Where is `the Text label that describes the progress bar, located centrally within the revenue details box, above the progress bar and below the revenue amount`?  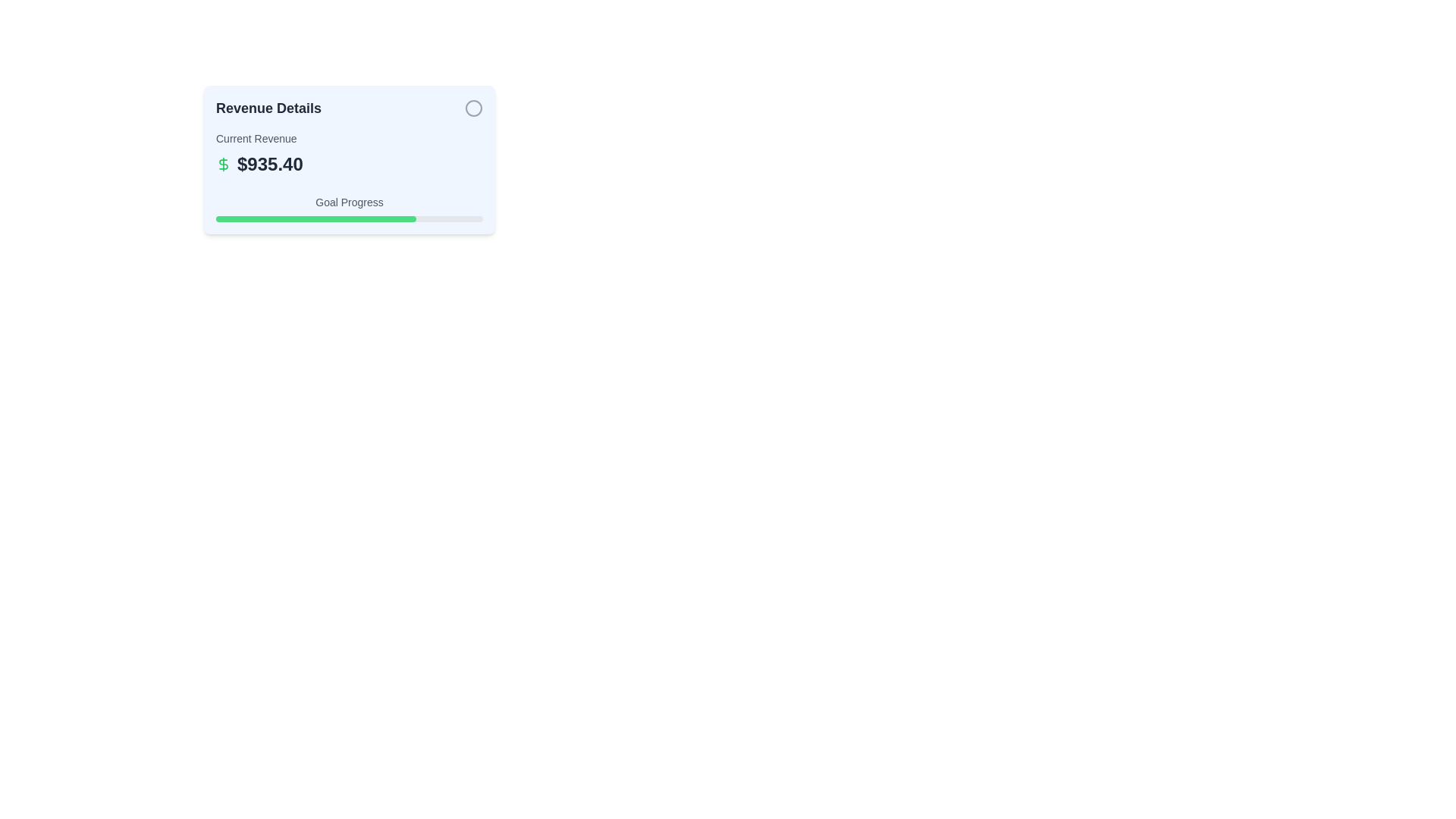
the Text label that describes the progress bar, located centrally within the revenue details box, above the progress bar and below the revenue amount is located at coordinates (348, 201).